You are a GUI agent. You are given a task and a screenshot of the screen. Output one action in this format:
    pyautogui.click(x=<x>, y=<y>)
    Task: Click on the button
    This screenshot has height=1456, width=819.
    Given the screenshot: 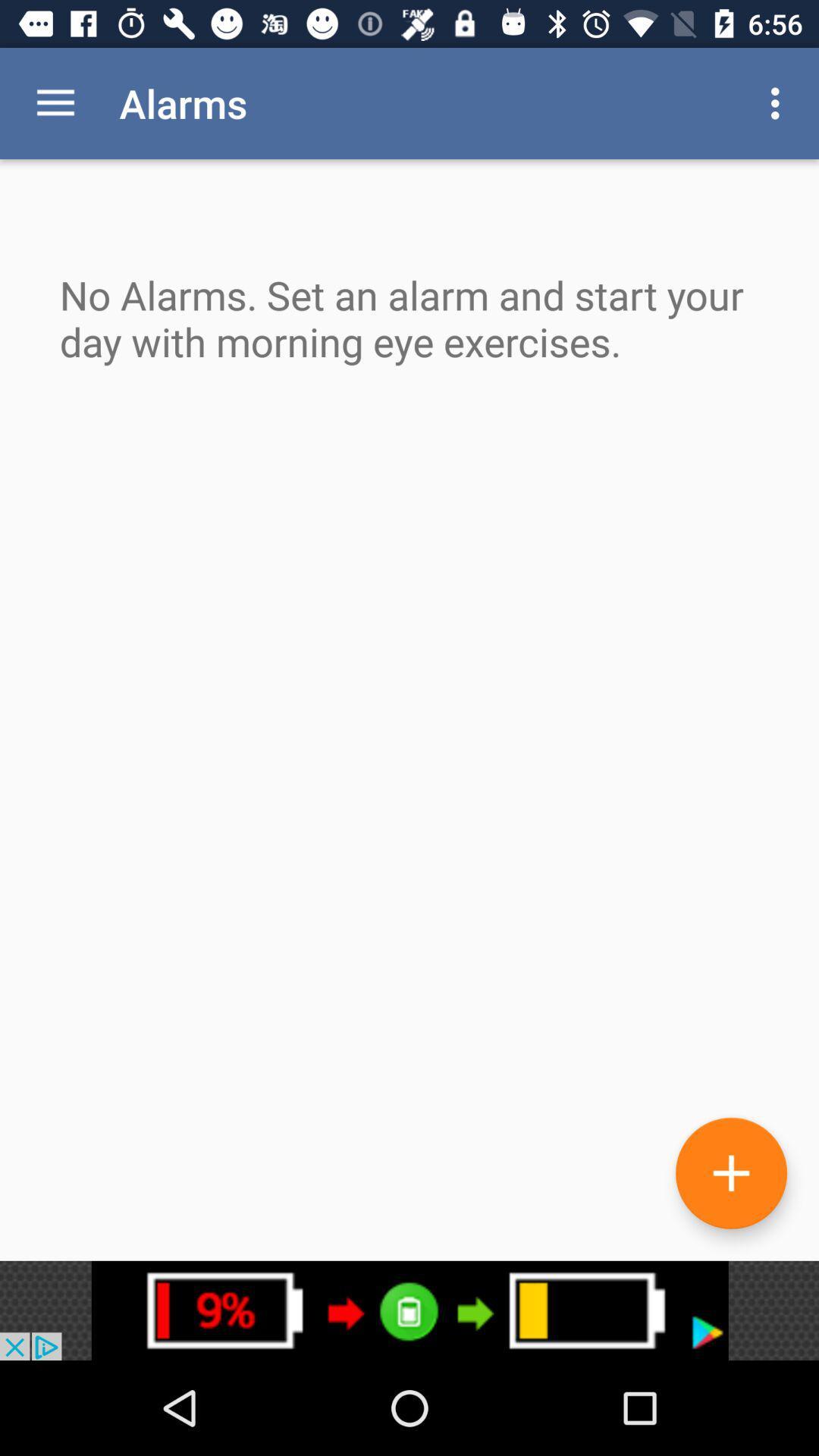 What is the action you would take?
    pyautogui.click(x=730, y=1172)
    